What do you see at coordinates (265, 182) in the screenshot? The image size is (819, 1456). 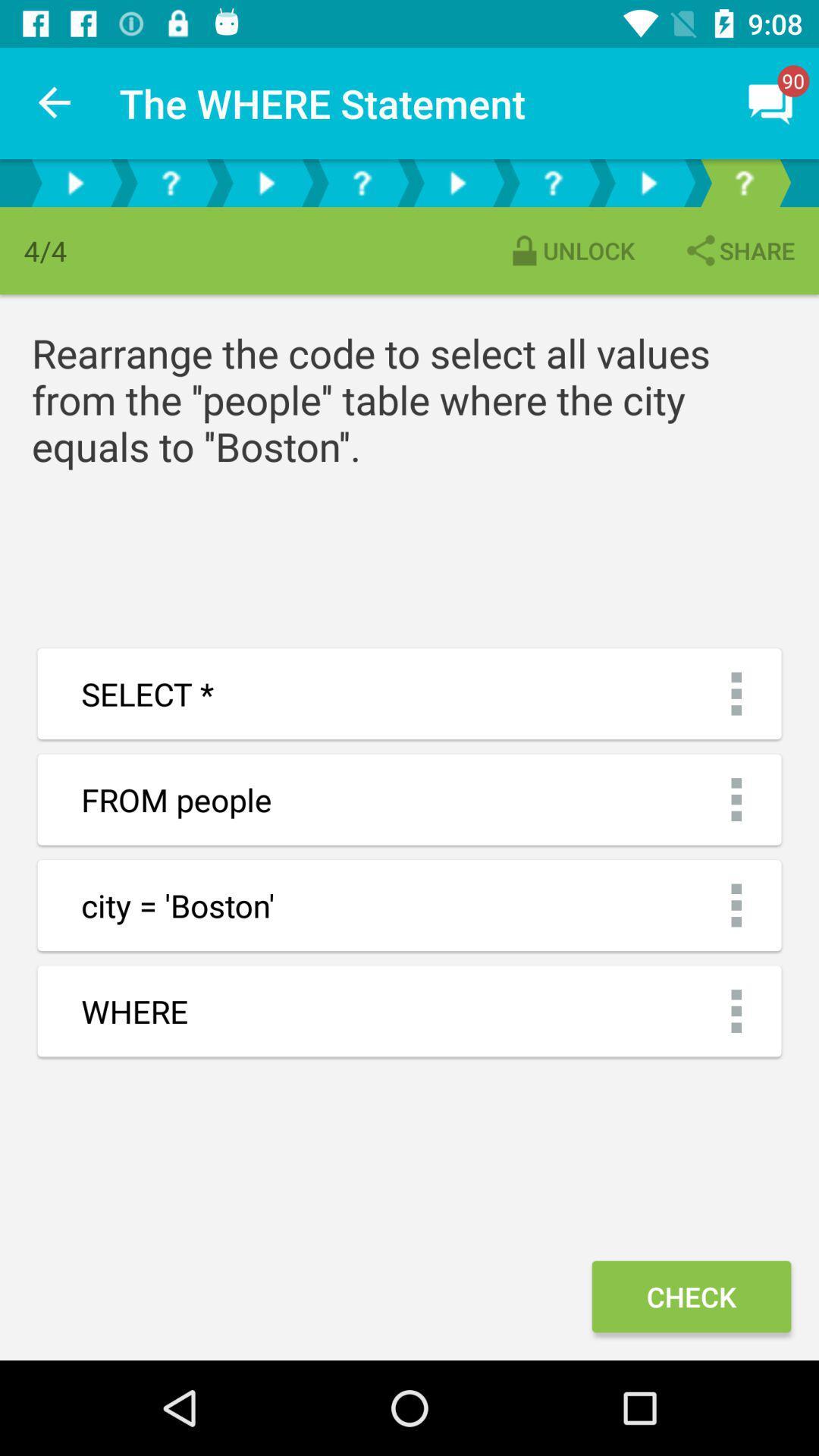 I see `previou` at bounding box center [265, 182].